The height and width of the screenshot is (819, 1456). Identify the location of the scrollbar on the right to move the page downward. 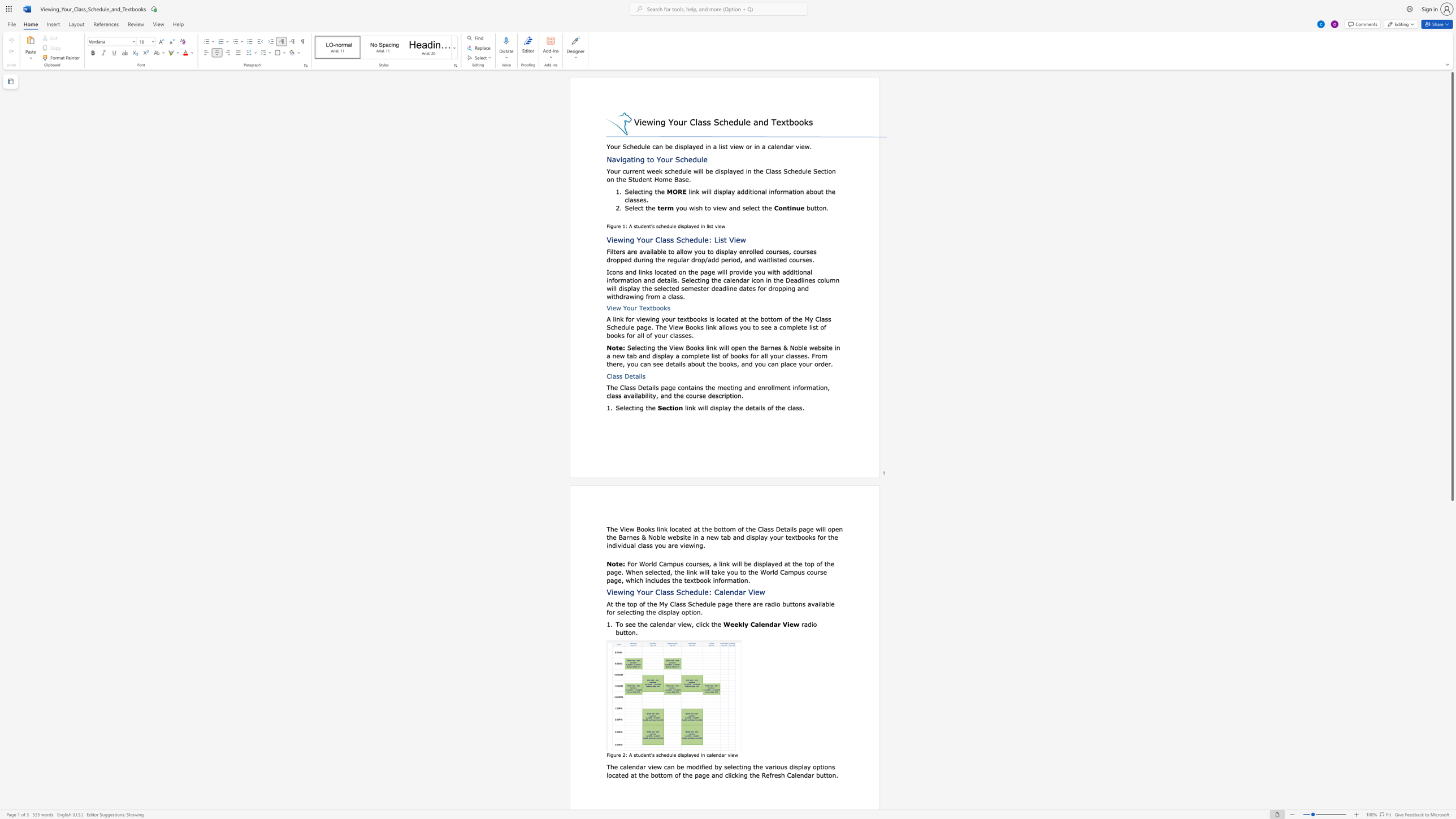
(1451, 655).